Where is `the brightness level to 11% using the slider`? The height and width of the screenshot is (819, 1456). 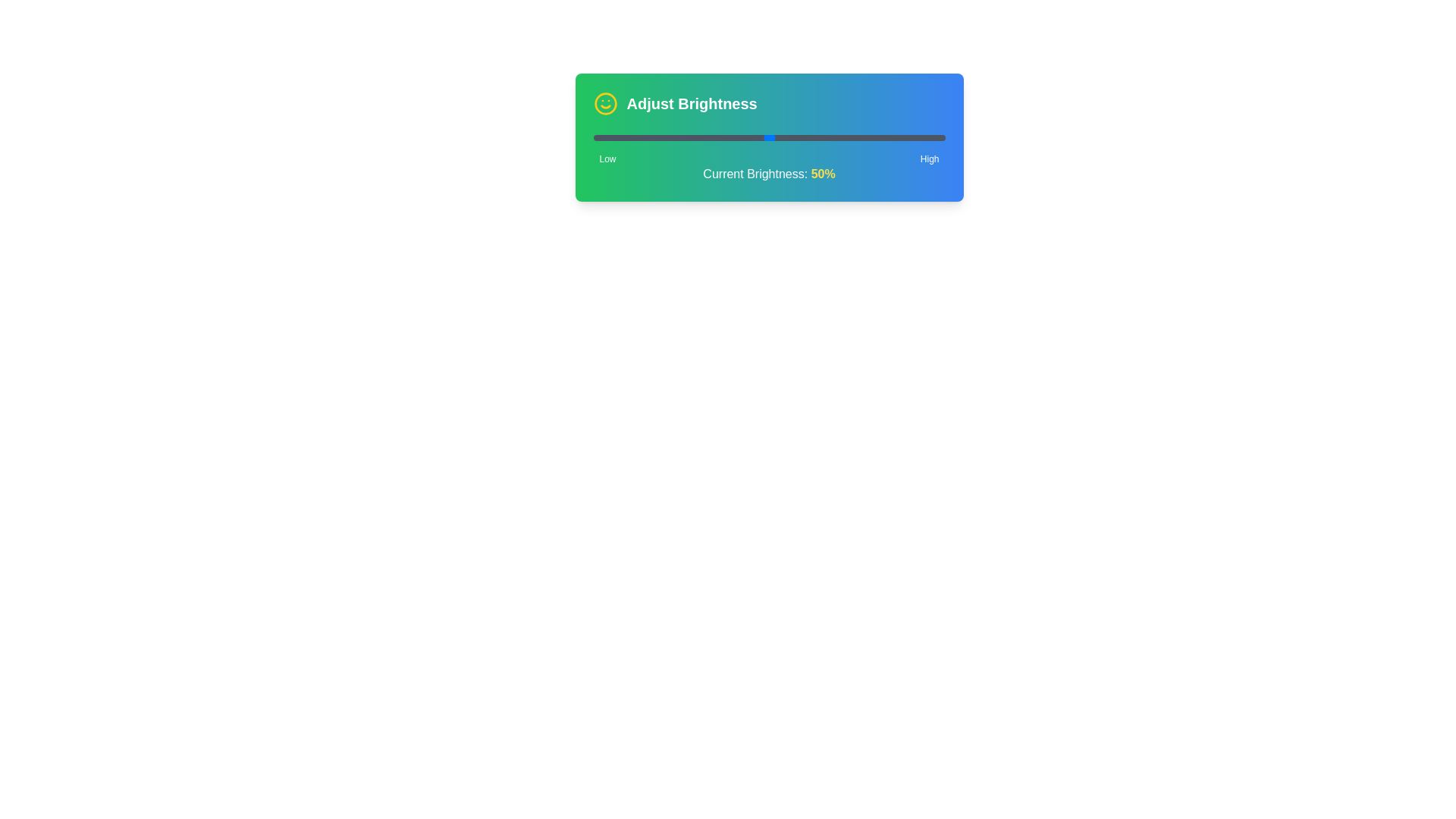
the brightness level to 11% using the slider is located at coordinates (632, 137).